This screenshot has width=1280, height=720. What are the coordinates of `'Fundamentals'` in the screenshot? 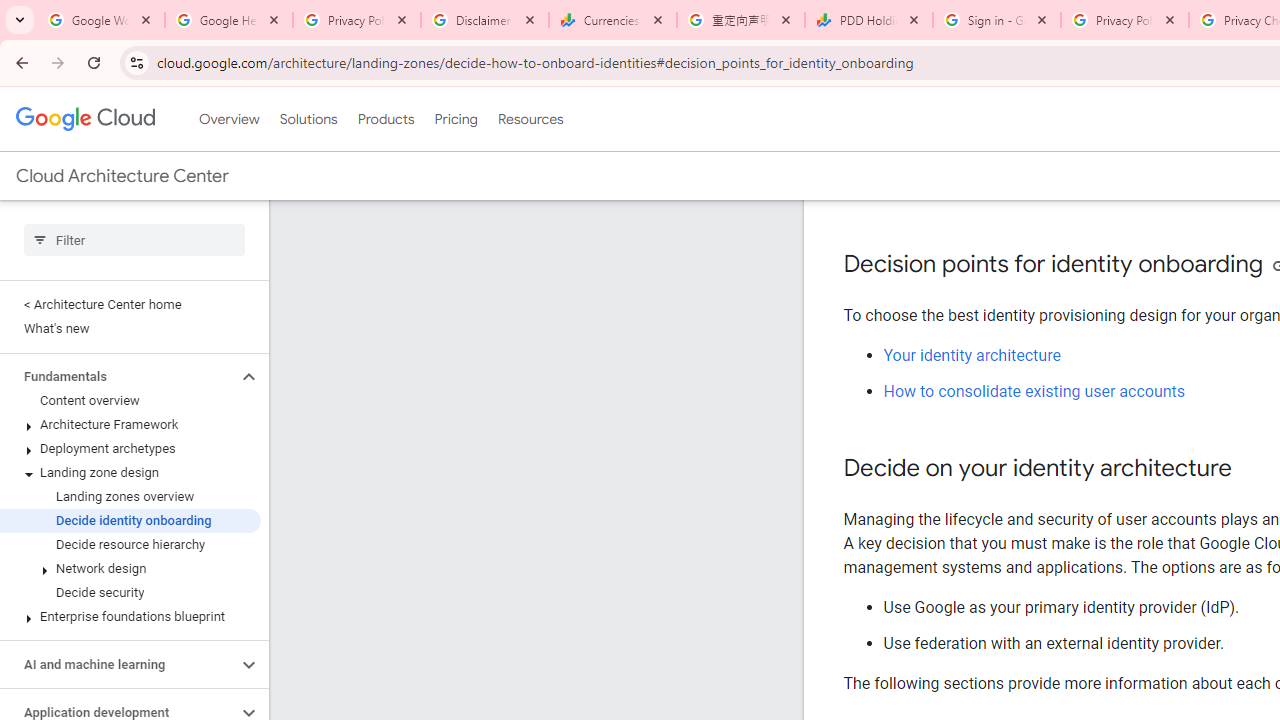 It's located at (117, 376).